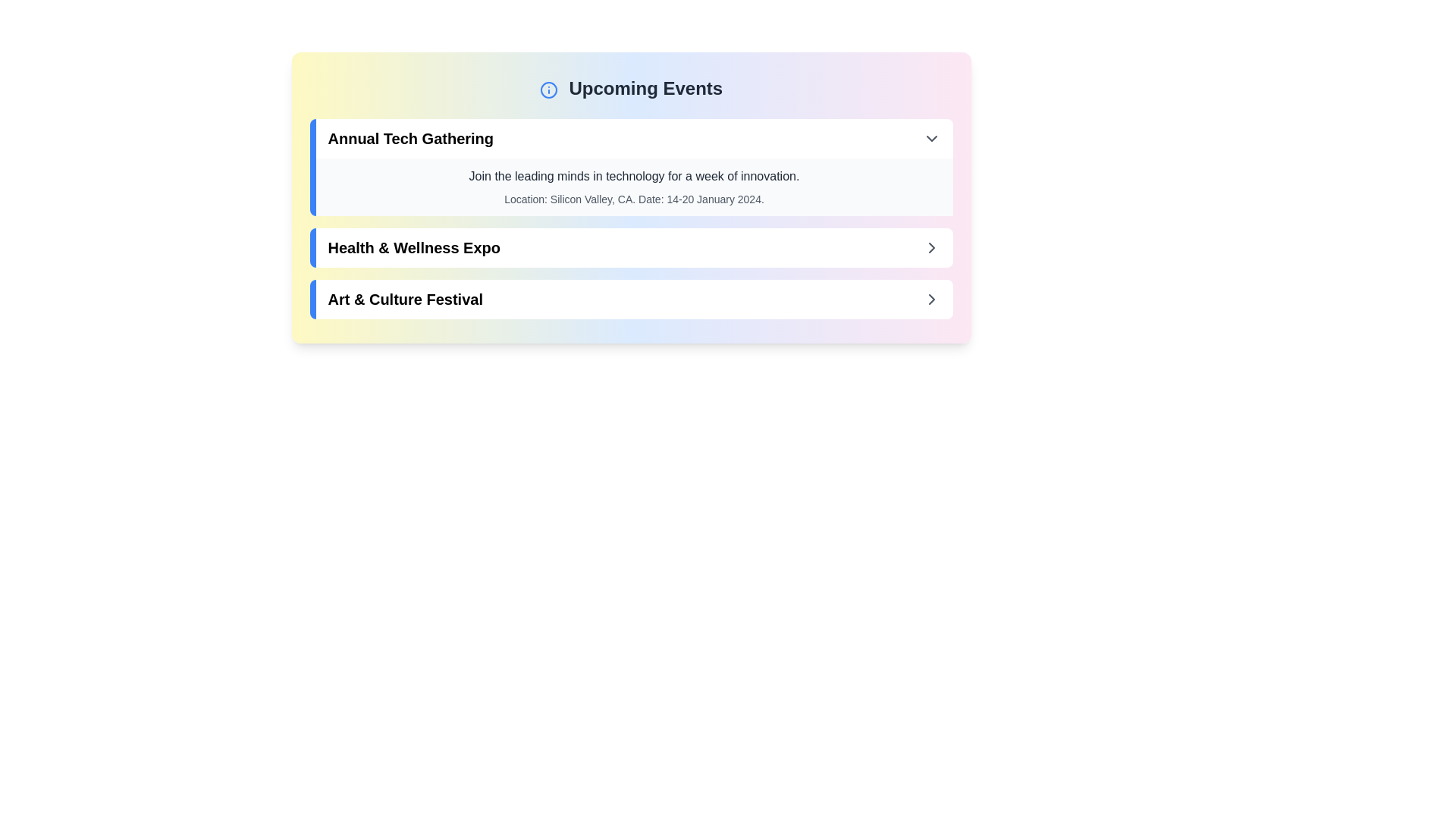 Image resolution: width=1456 pixels, height=819 pixels. I want to click on the IconButton, which is a small, right-pointing chevron arrow with a thin black outline and white fill, located to the right of the 'Art & Culture Festival' text block, so click(930, 299).